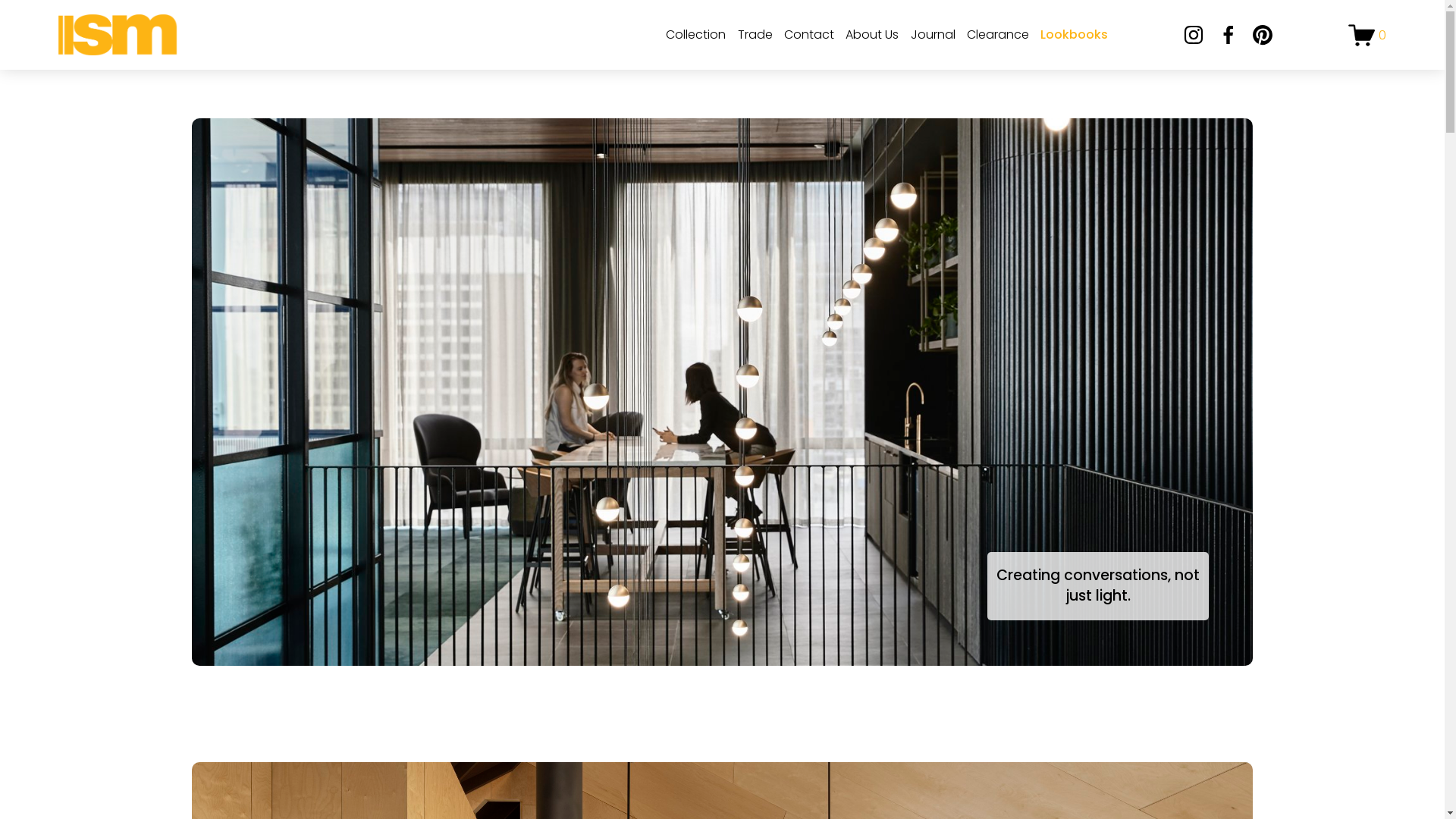 The width and height of the screenshot is (1456, 819). I want to click on 'Lookbooks', so click(1073, 34).